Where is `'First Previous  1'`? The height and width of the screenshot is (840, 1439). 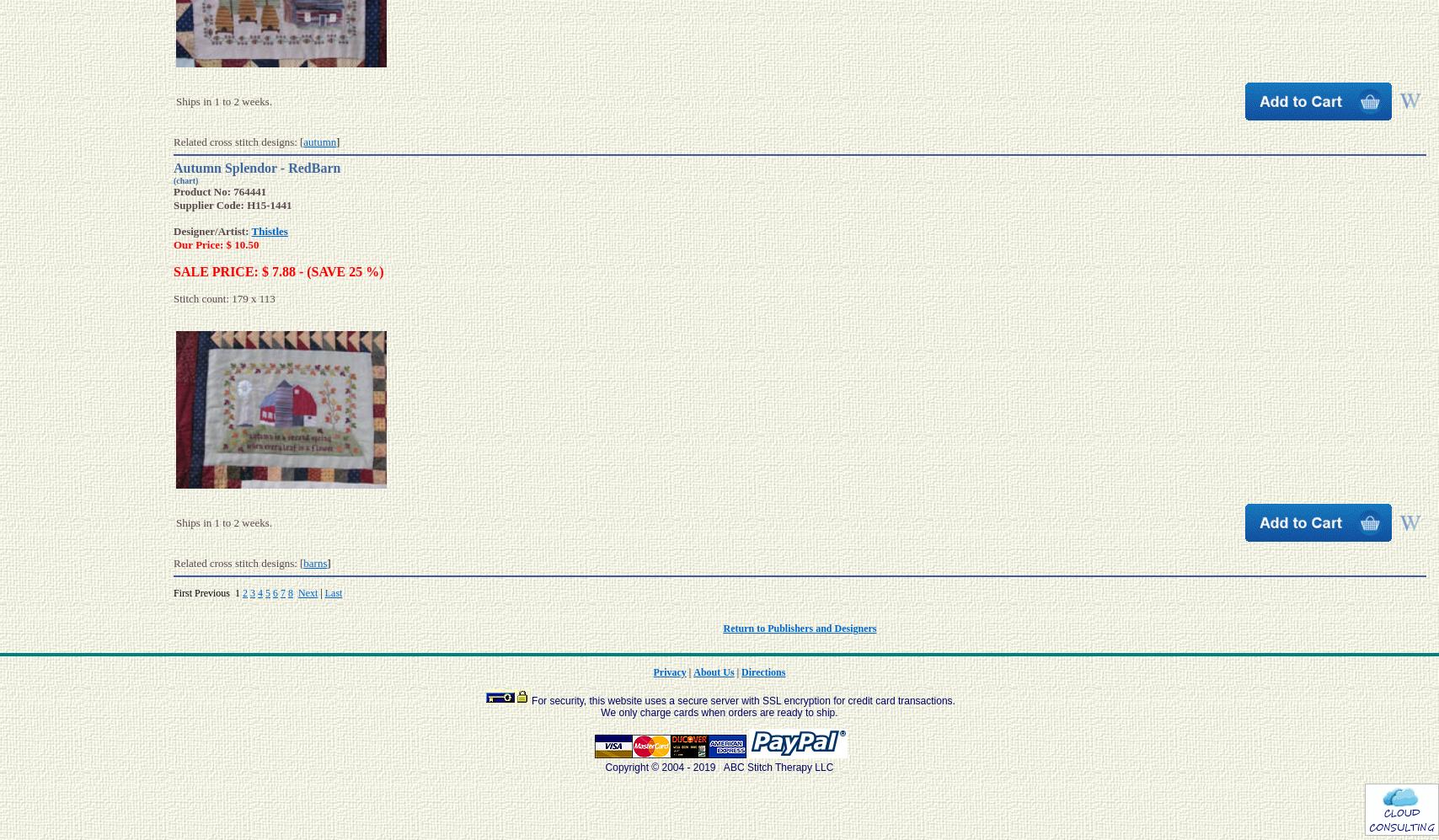
'First Previous  1' is located at coordinates (207, 591).